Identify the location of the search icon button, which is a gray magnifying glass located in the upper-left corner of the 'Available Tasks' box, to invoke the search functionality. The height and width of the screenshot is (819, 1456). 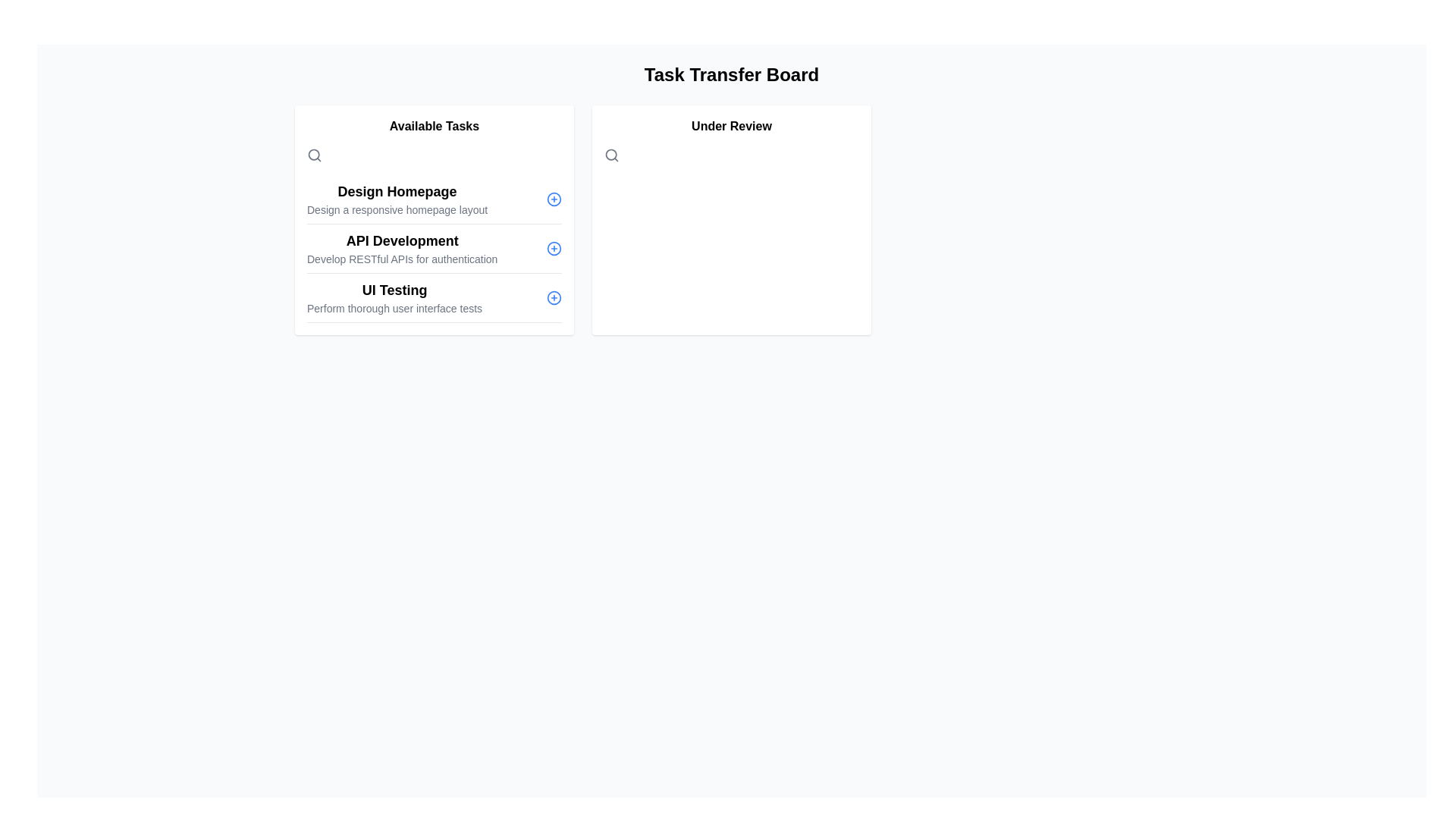
(313, 155).